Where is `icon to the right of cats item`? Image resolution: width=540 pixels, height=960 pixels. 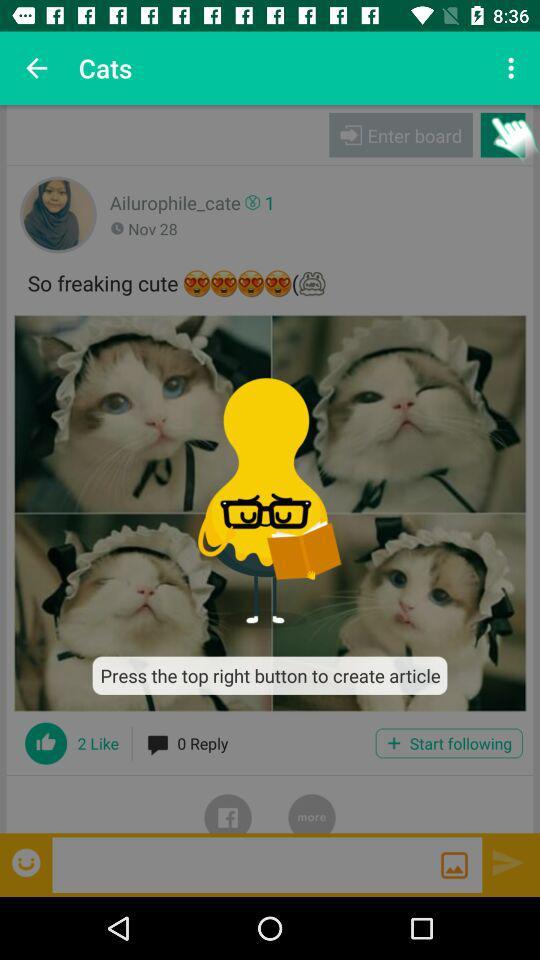
icon to the right of cats item is located at coordinates (513, 68).